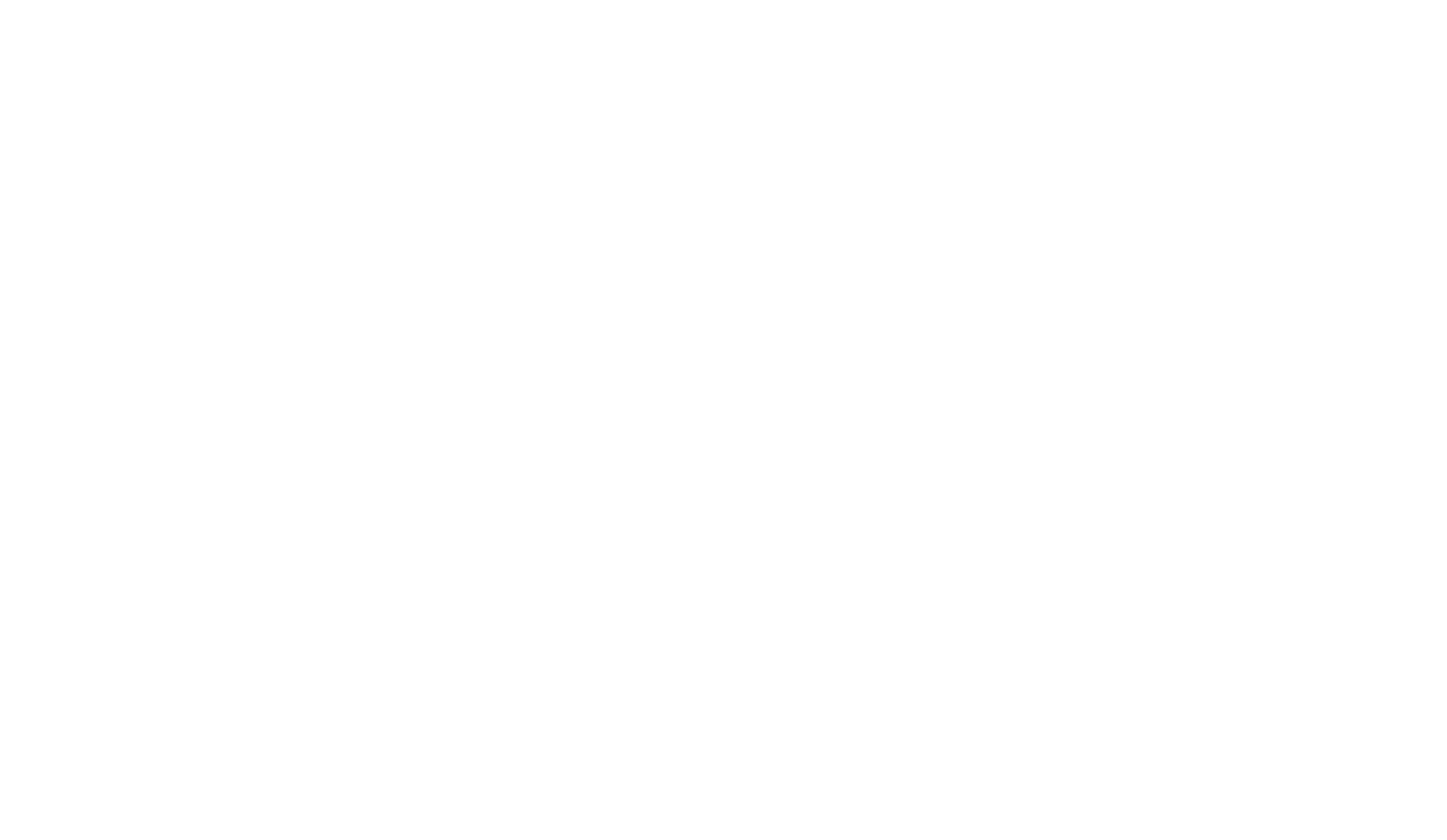 The height and width of the screenshot is (840, 1447). Describe the element at coordinates (1097, 504) in the screenshot. I see `'Ribeira Do Cavalo Beach'` at that location.